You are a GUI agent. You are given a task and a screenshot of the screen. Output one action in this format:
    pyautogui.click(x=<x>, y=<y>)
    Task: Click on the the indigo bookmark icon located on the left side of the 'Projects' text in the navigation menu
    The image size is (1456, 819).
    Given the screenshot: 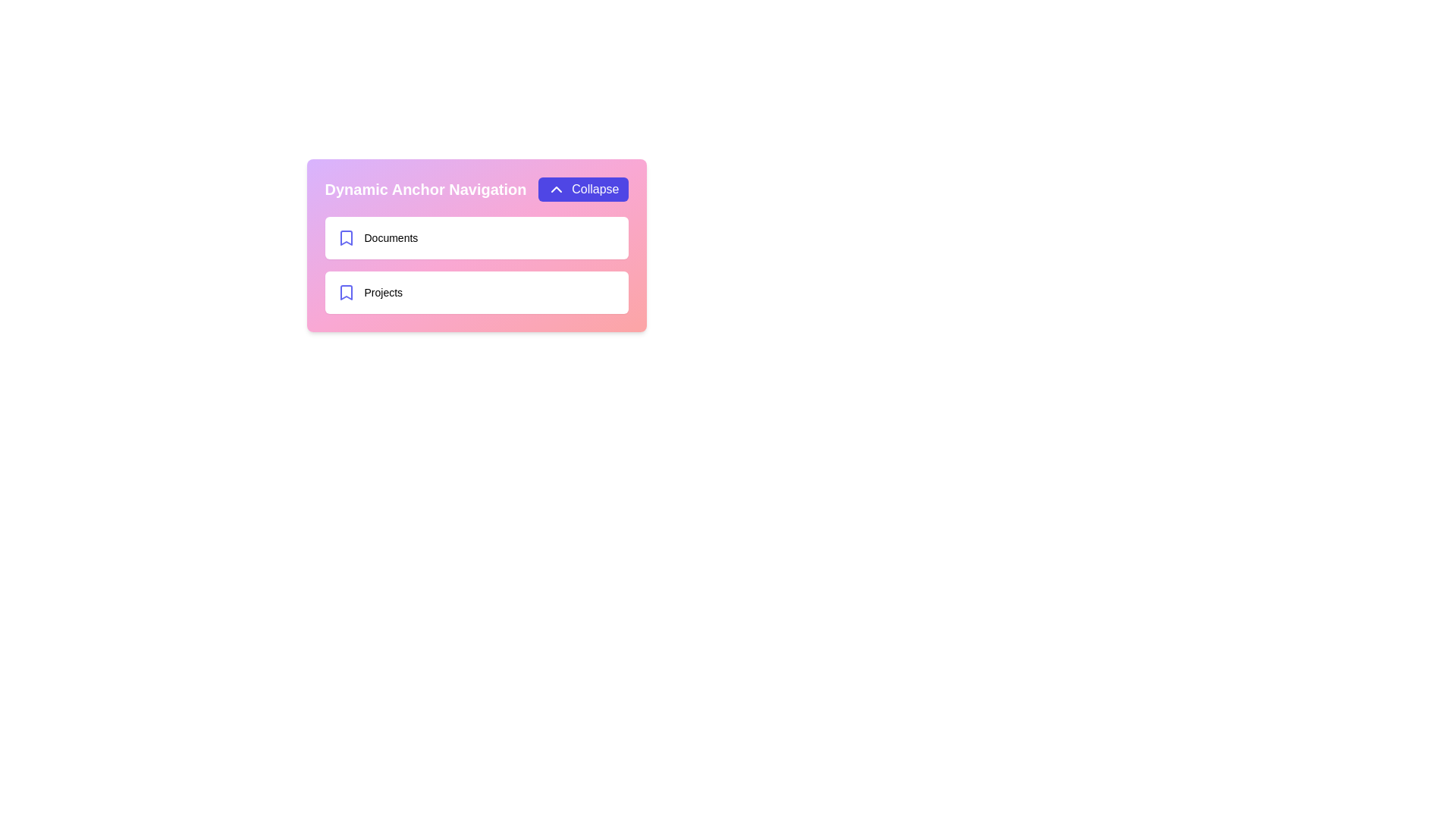 What is the action you would take?
    pyautogui.click(x=345, y=292)
    